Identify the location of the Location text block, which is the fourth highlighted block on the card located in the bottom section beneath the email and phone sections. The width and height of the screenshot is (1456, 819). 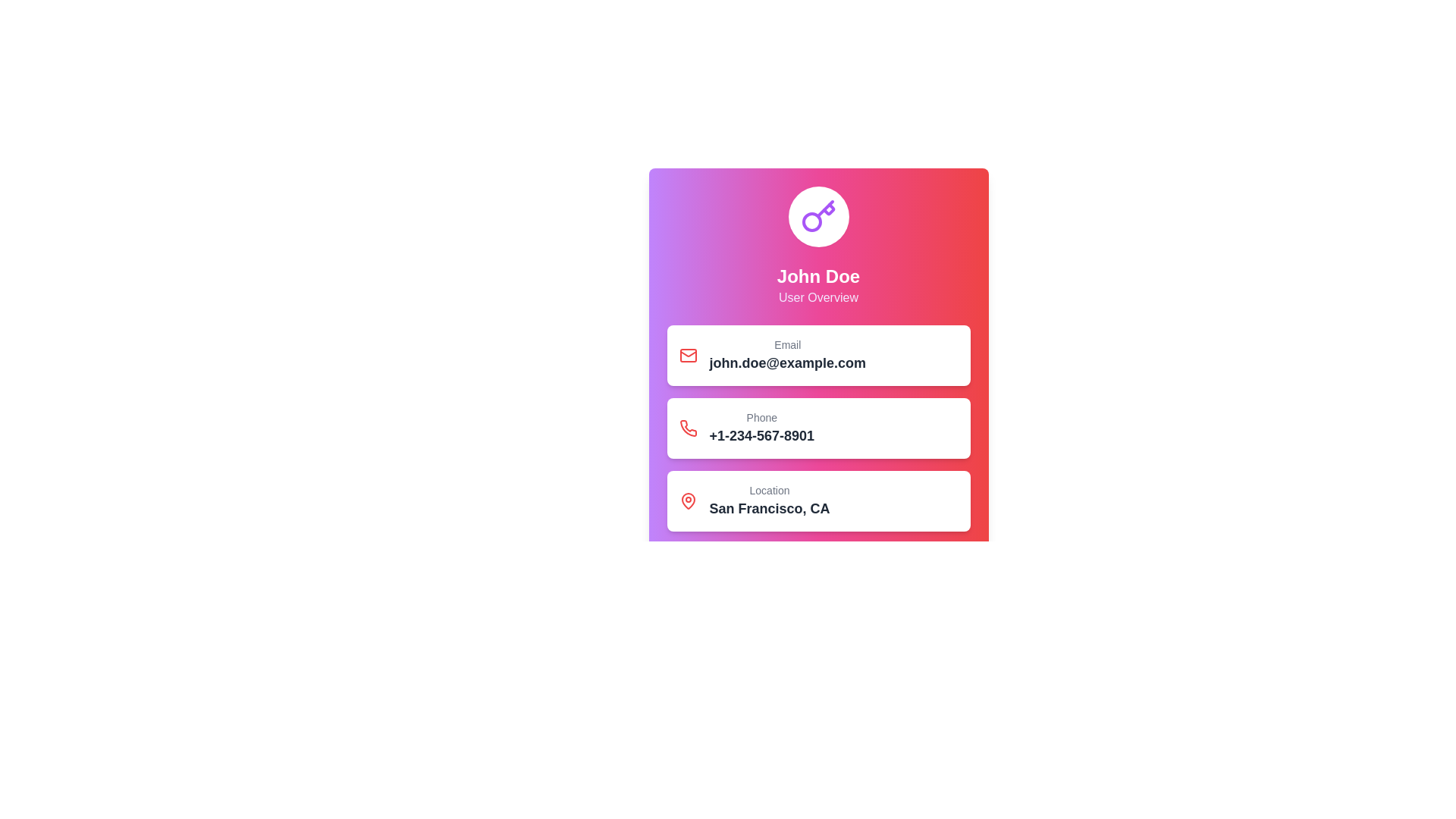
(770, 500).